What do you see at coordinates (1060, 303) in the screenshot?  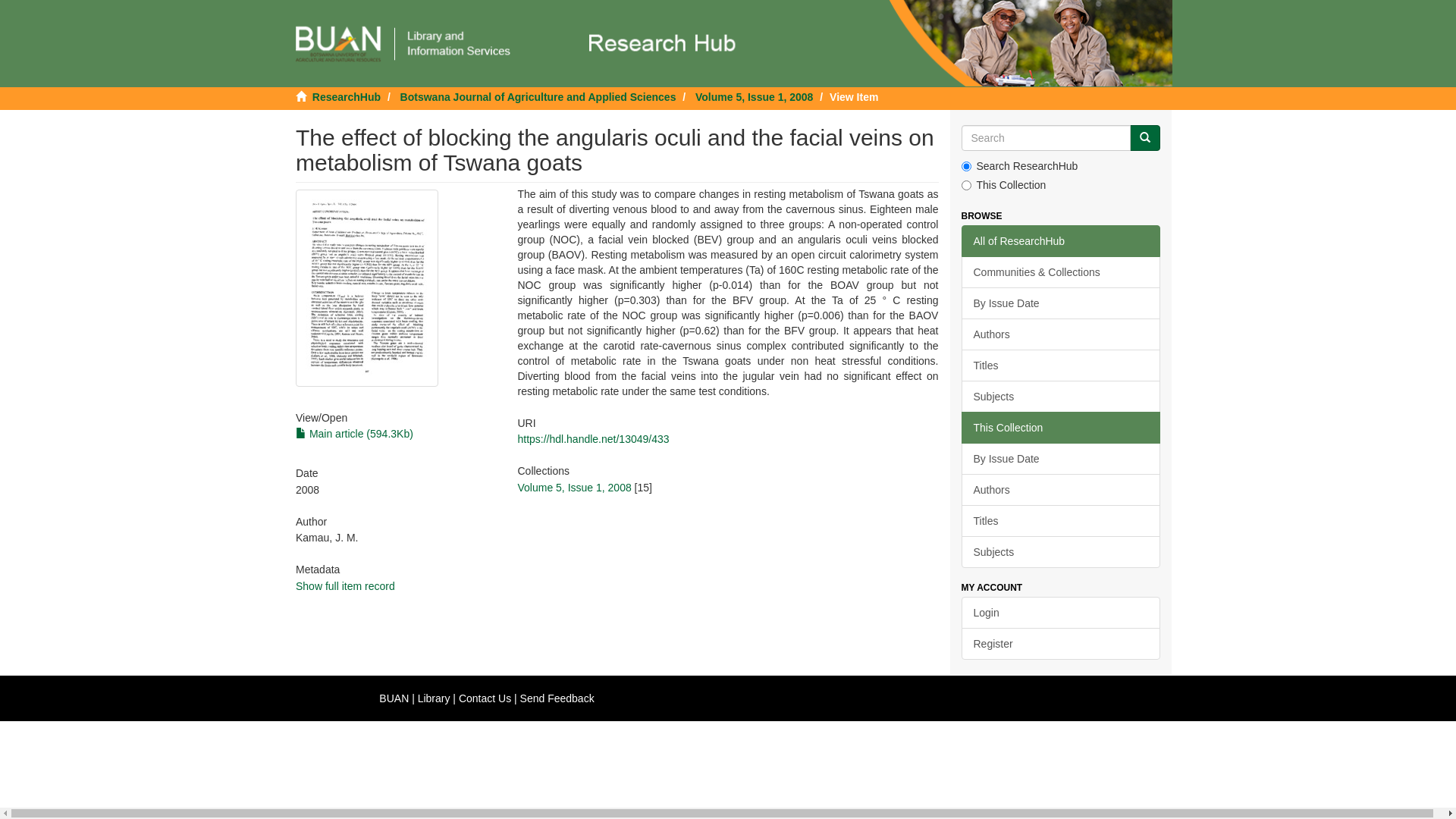 I see `'By Issue Date'` at bounding box center [1060, 303].